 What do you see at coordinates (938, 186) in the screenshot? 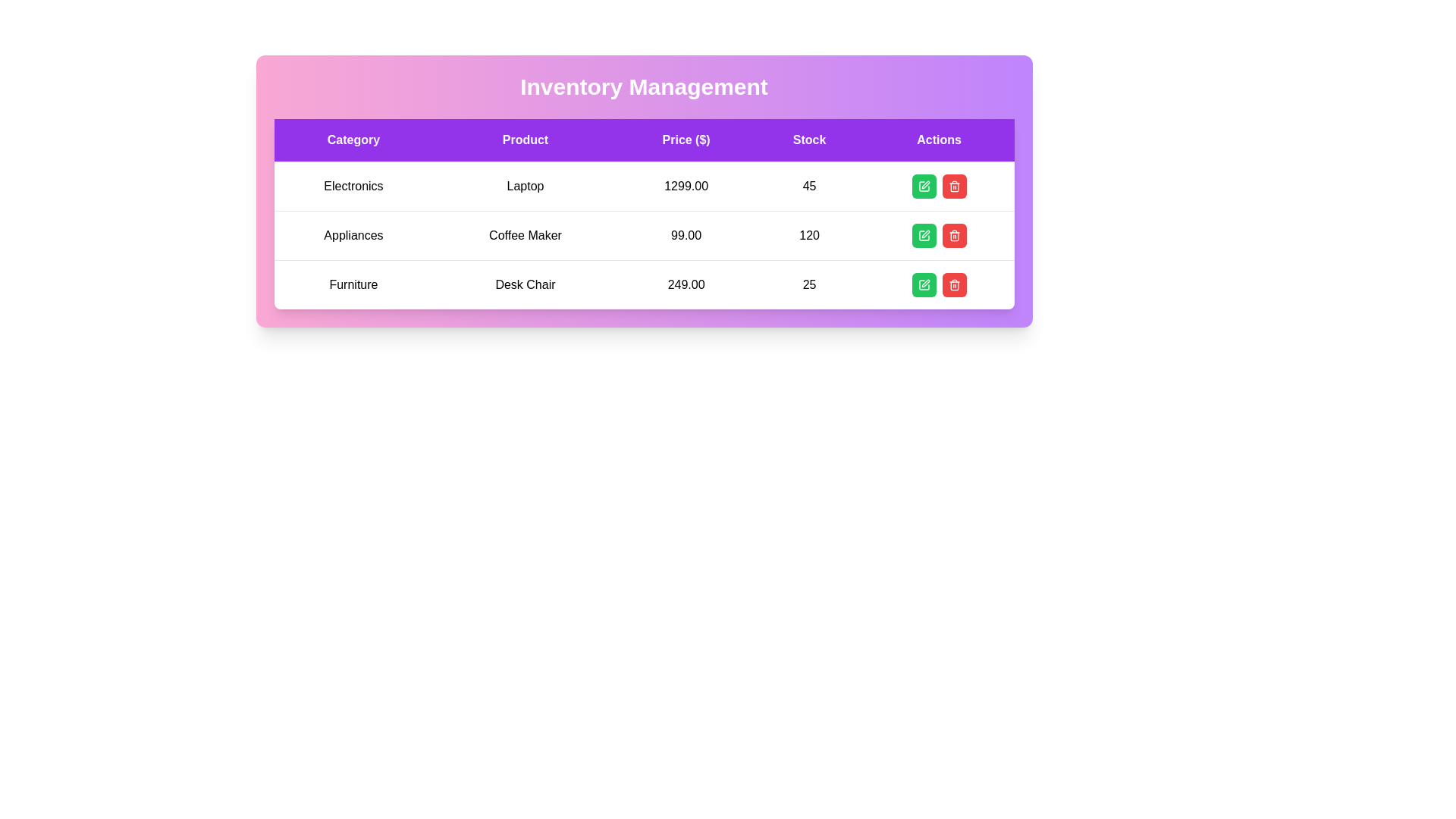
I see `the green button in the action button group` at bounding box center [938, 186].